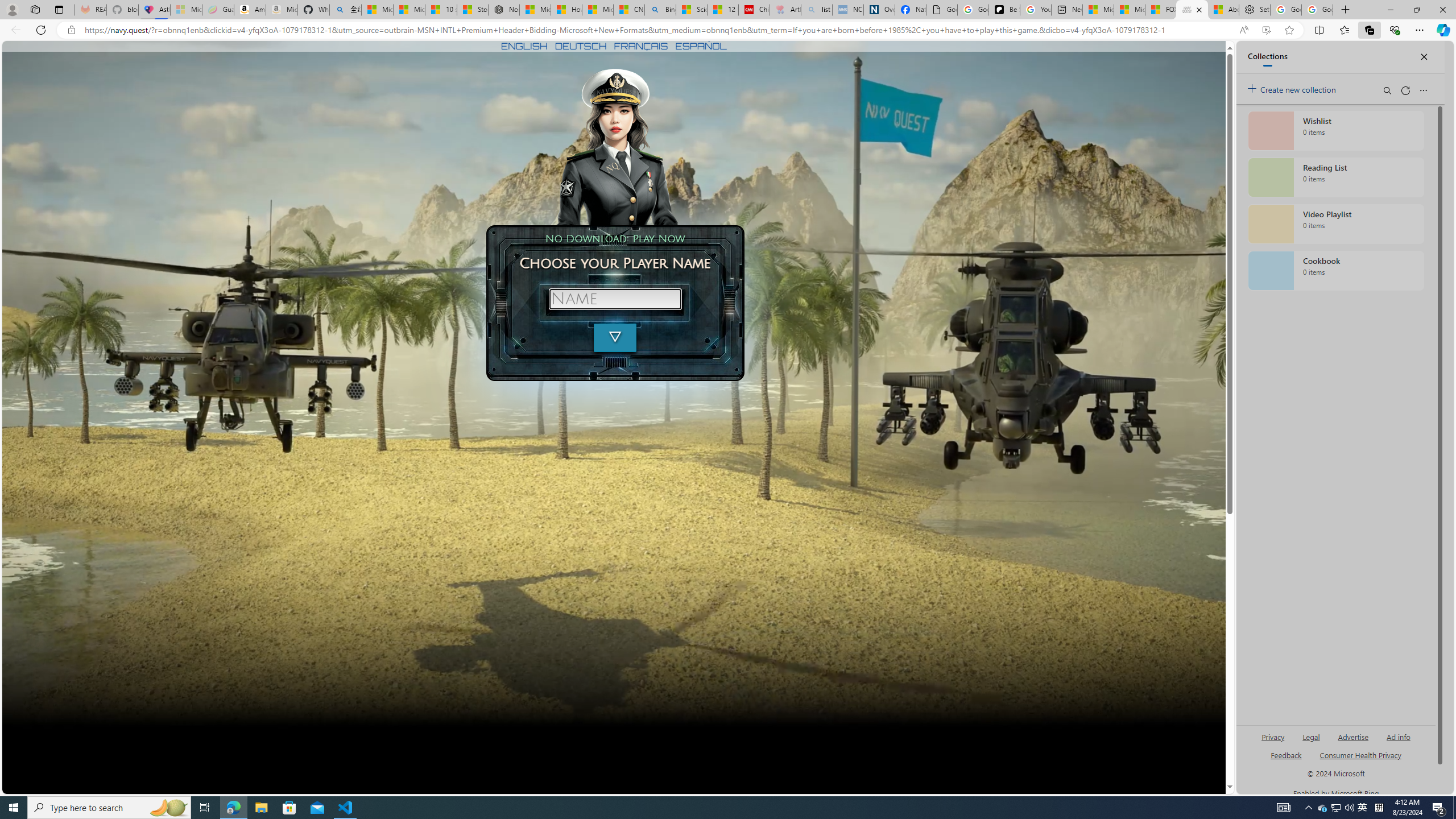  I want to click on 'Browser essentials', so click(1394, 29).